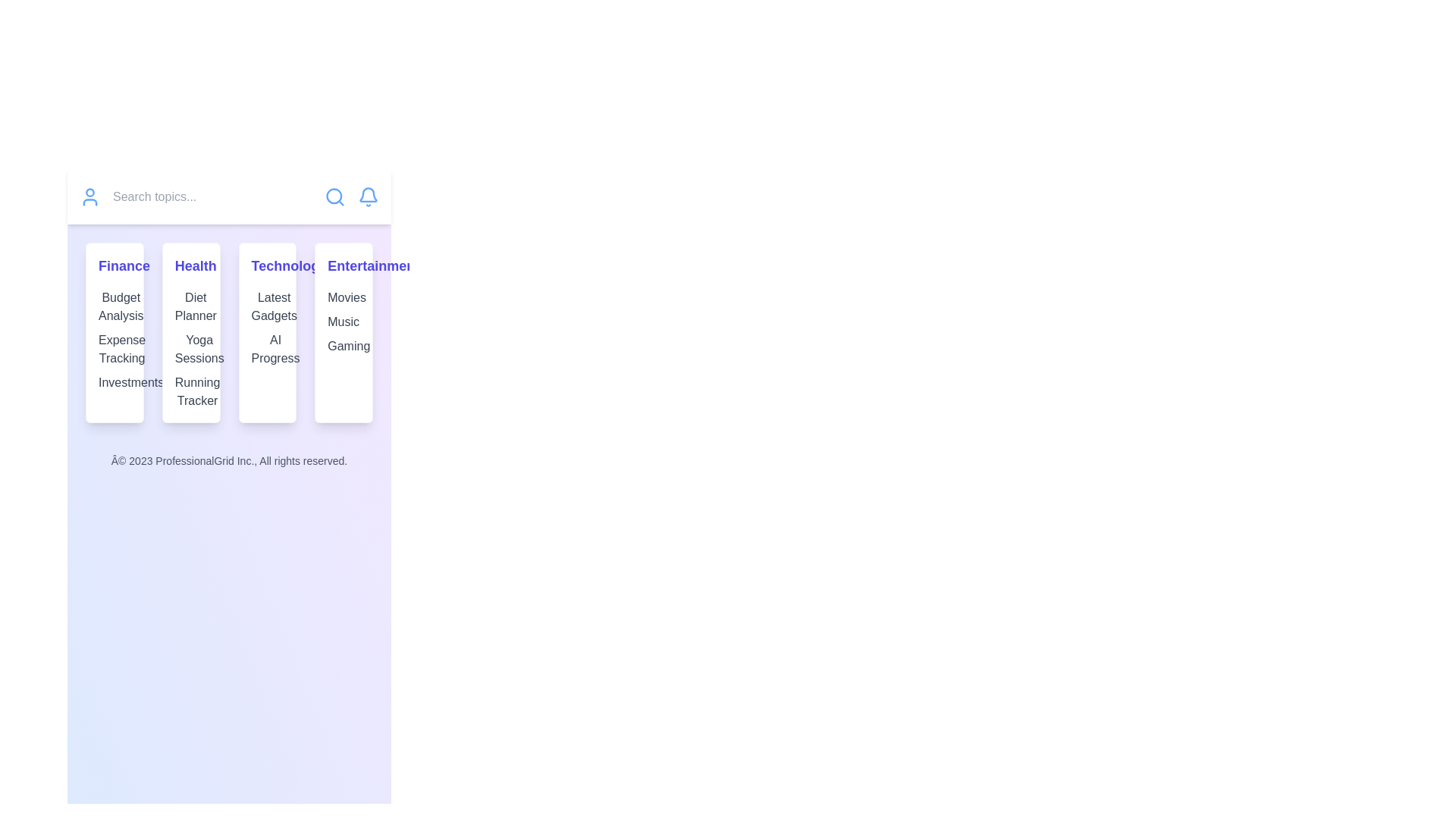 Image resolution: width=1456 pixels, height=819 pixels. What do you see at coordinates (114, 307) in the screenshot?
I see `the 'Budget Analysis' text label, which is the first item in the vertical list under the 'Finance' category` at bounding box center [114, 307].